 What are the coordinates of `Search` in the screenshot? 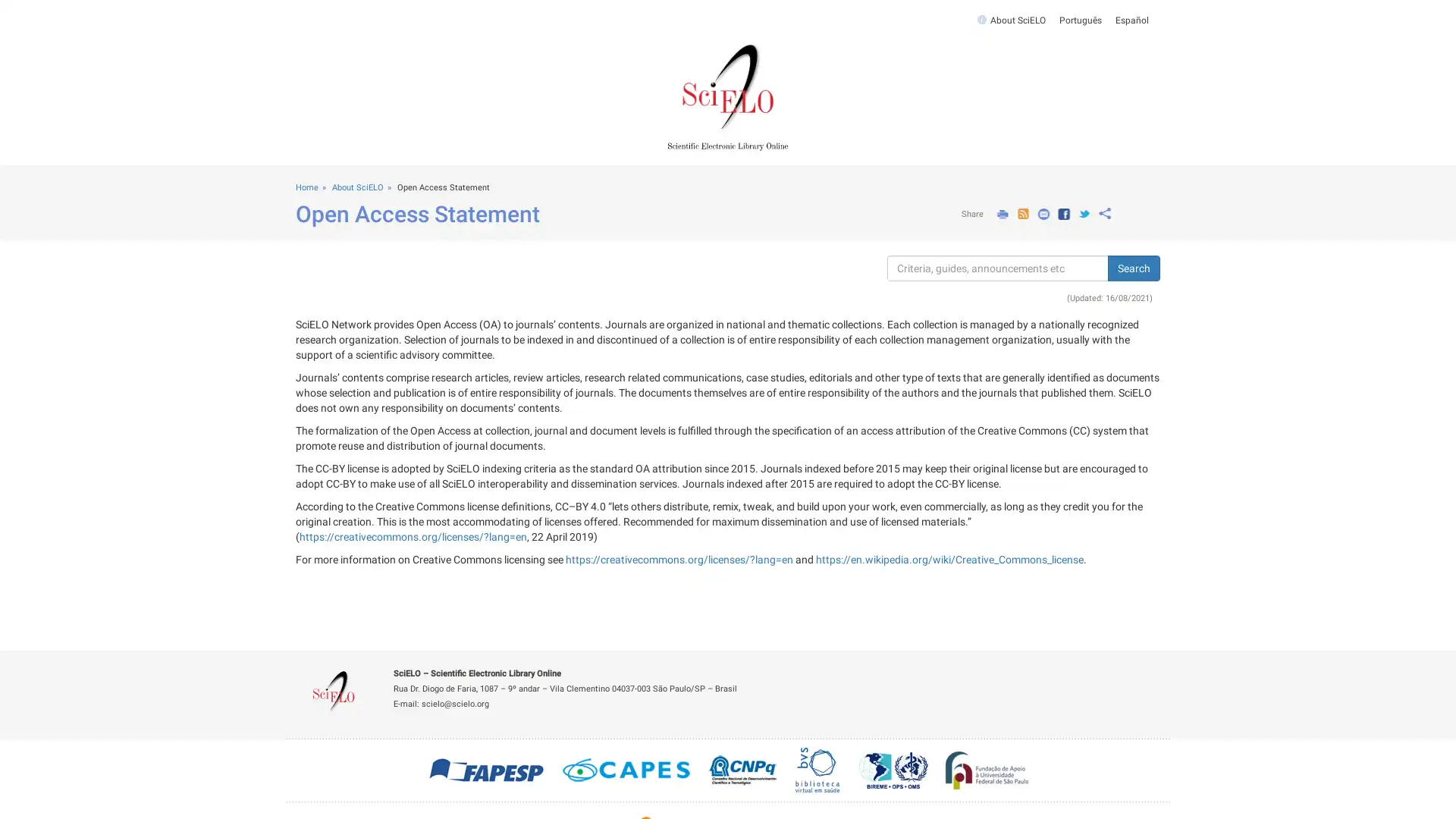 It's located at (1134, 267).